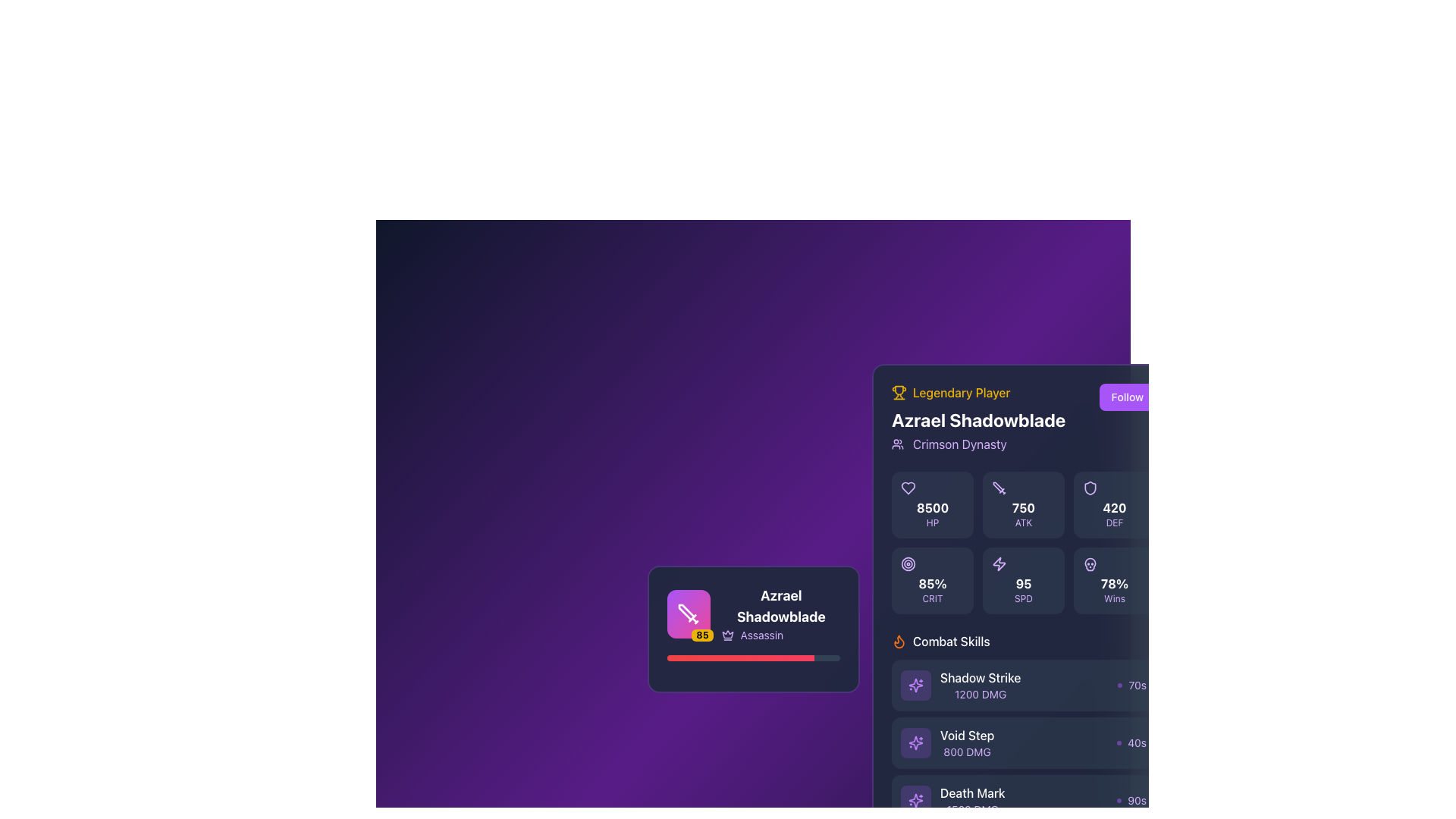  I want to click on the progress bar, which is a horizontal element with a gradient from red to rose, located in the lower part of the left card displaying character data, so click(740, 657).